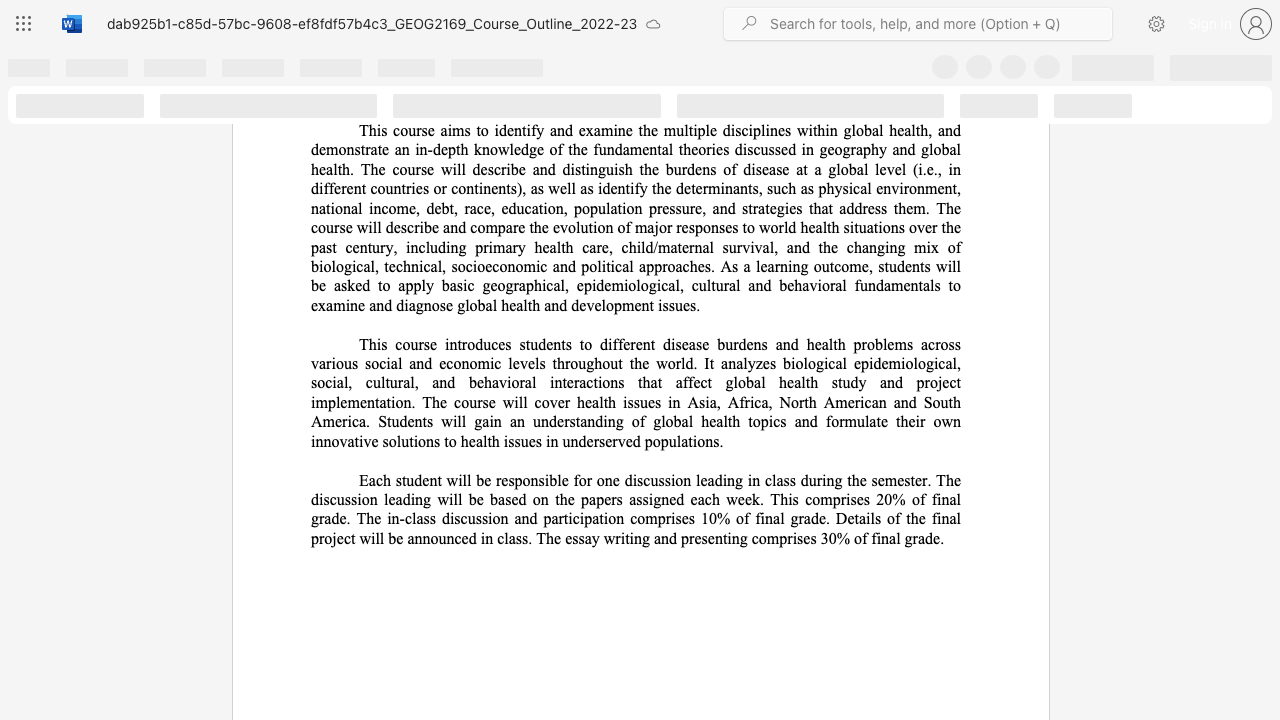 This screenshot has height=720, width=1280. What do you see at coordinates (763, 265) in the screenshot?
I see `the 1th character "e" in the text` at bounding box center [763, 265].